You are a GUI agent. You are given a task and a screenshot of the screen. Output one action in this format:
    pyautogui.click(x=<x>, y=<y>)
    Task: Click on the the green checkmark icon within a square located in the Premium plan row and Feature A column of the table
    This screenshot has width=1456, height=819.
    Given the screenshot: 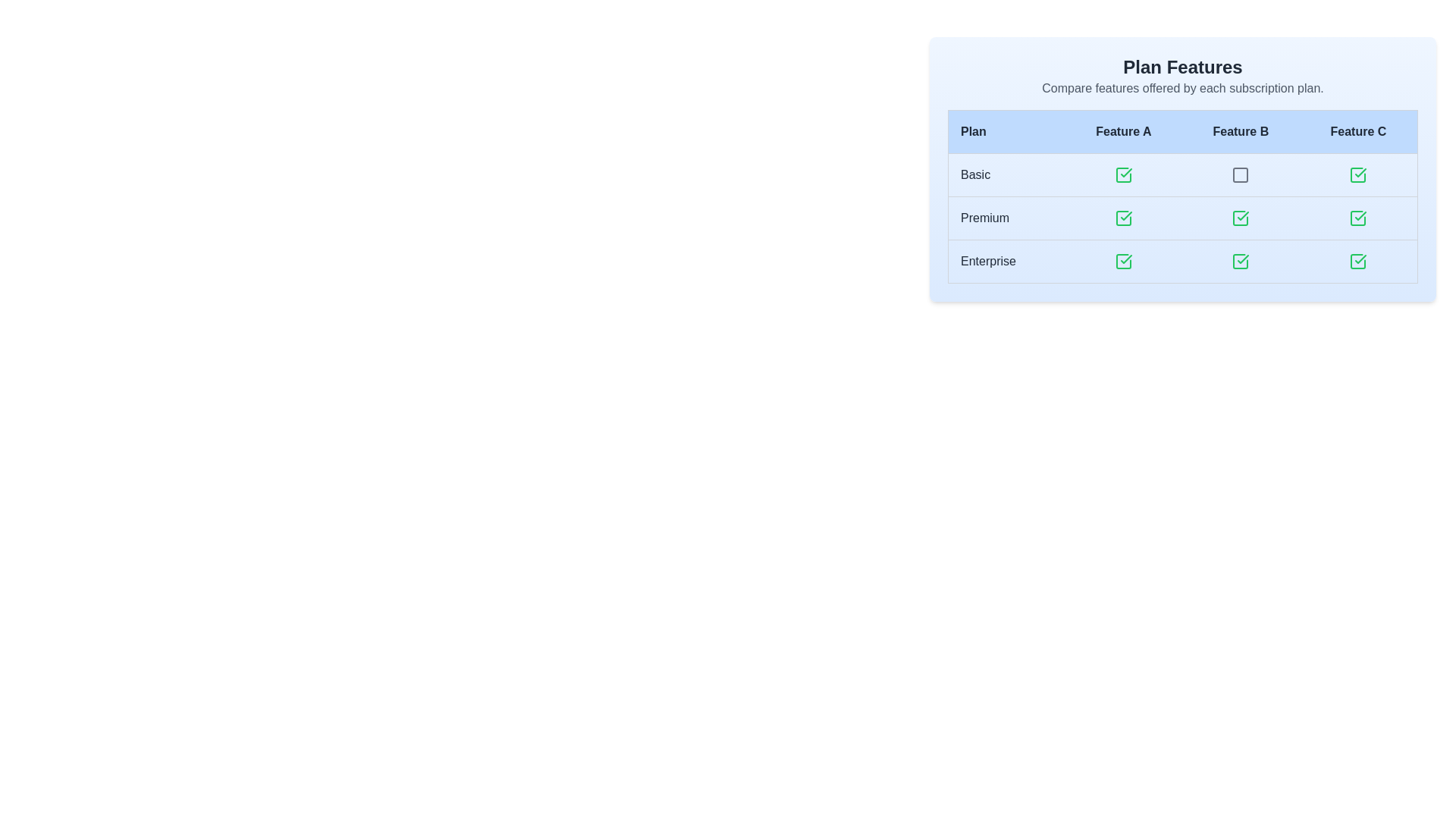 What is the action you would take?
    pyautogui.click(x=1123, y=218)
    